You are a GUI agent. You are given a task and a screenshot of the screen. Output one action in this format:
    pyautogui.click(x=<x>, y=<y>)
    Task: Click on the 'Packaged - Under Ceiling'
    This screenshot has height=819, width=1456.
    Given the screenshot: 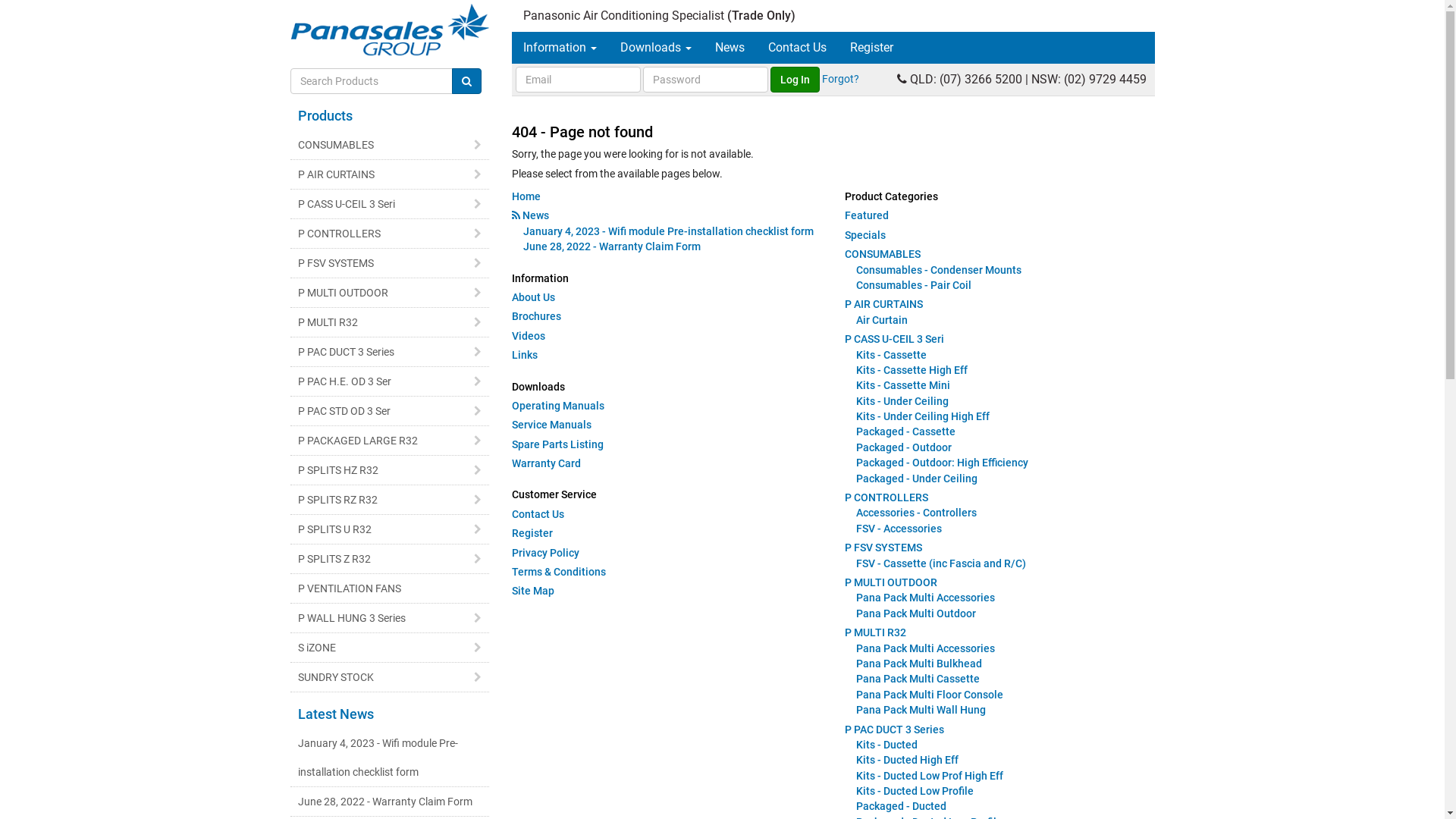 What is the action you would take?
    pyautogui.click(x=916, y=479)
    